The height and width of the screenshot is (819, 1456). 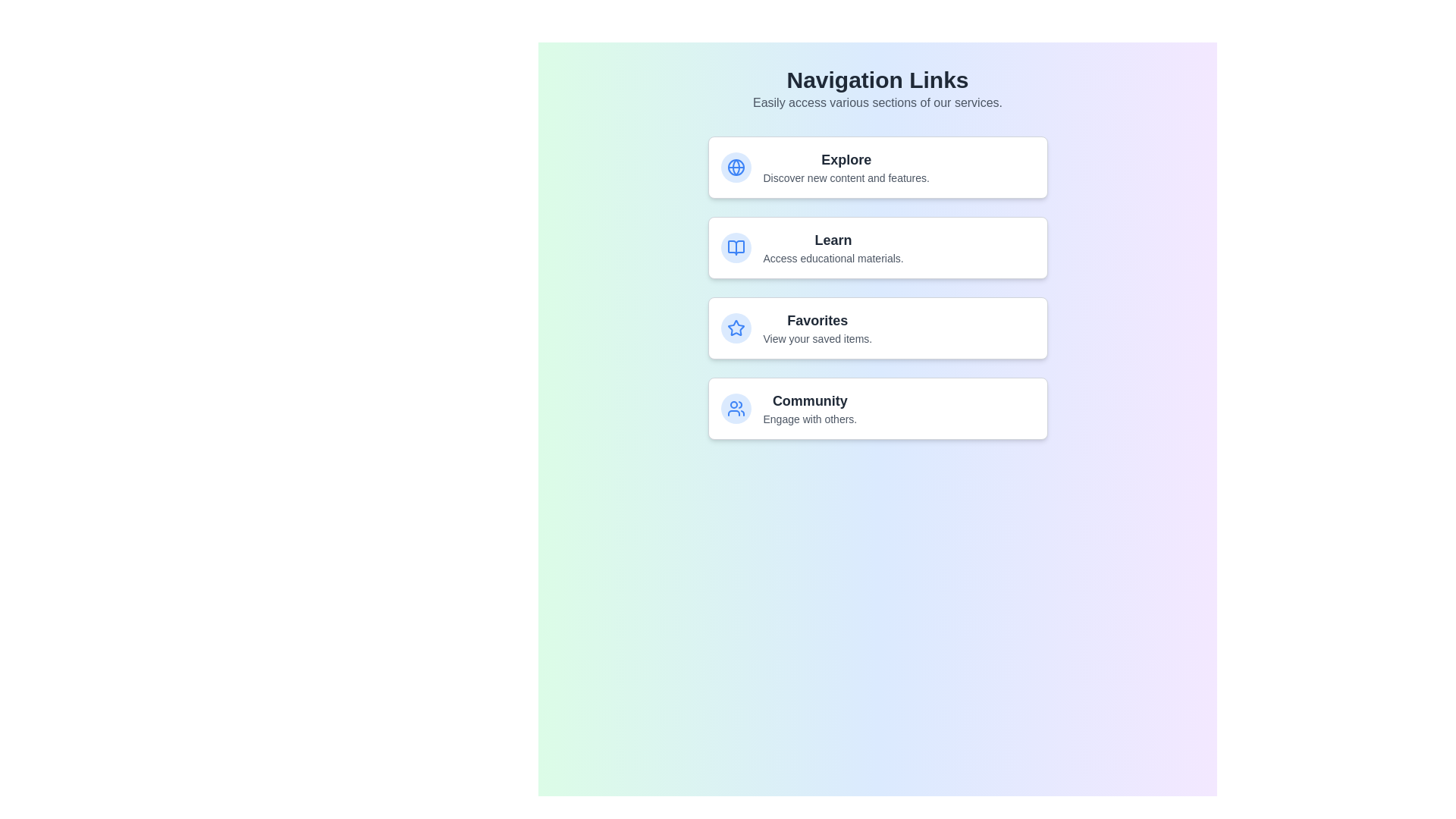 What do you see at coordinates (809, 408) in the screenshot?
I see `the 'Community' text block in the fourth card of the vertical navigation list` at bounding box center [809, 408].